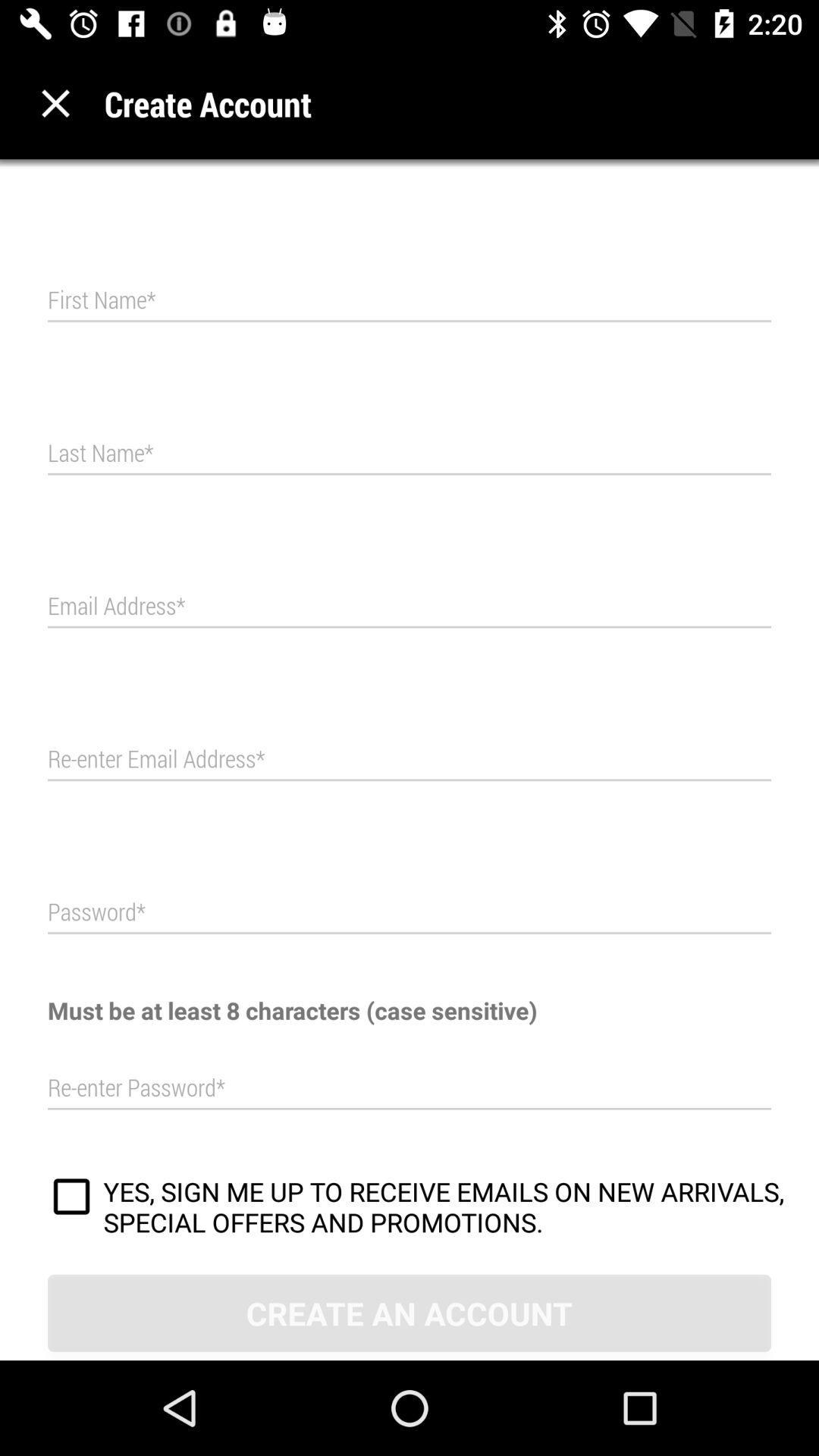 This screenshot has height=1456, width=819. I want to click on sign up for special offers and promotions, so click(71, 1198).